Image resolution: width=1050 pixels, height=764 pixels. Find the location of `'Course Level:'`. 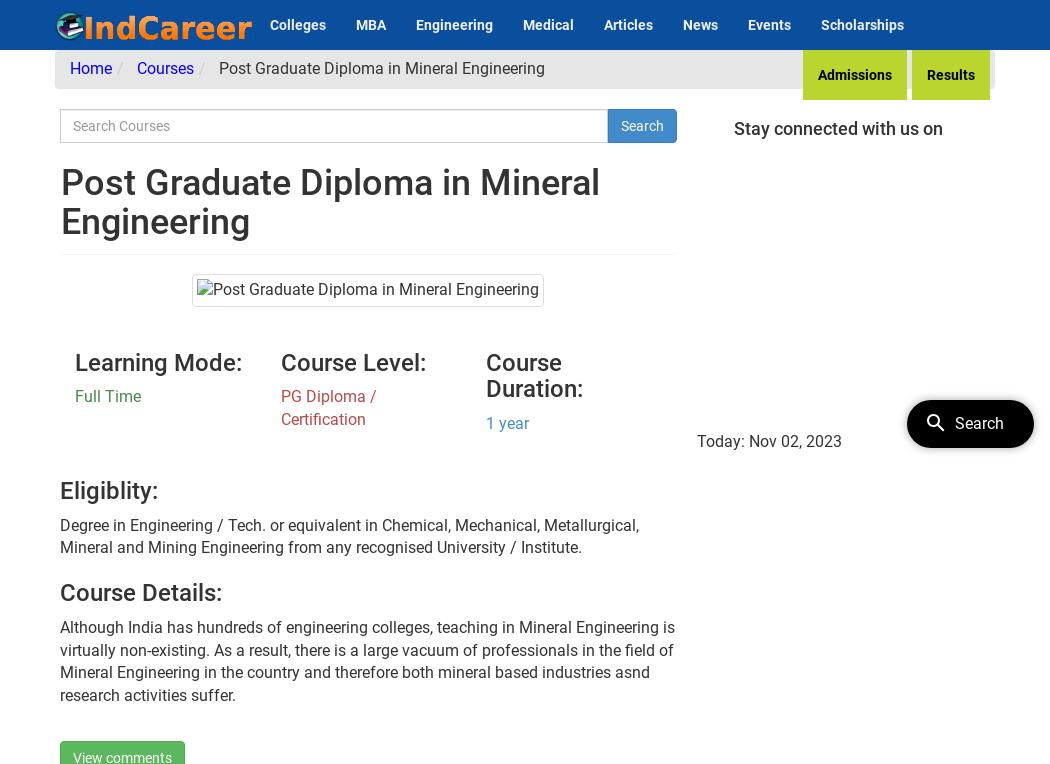

'Course Level:' is located at coordinates (351, 361).